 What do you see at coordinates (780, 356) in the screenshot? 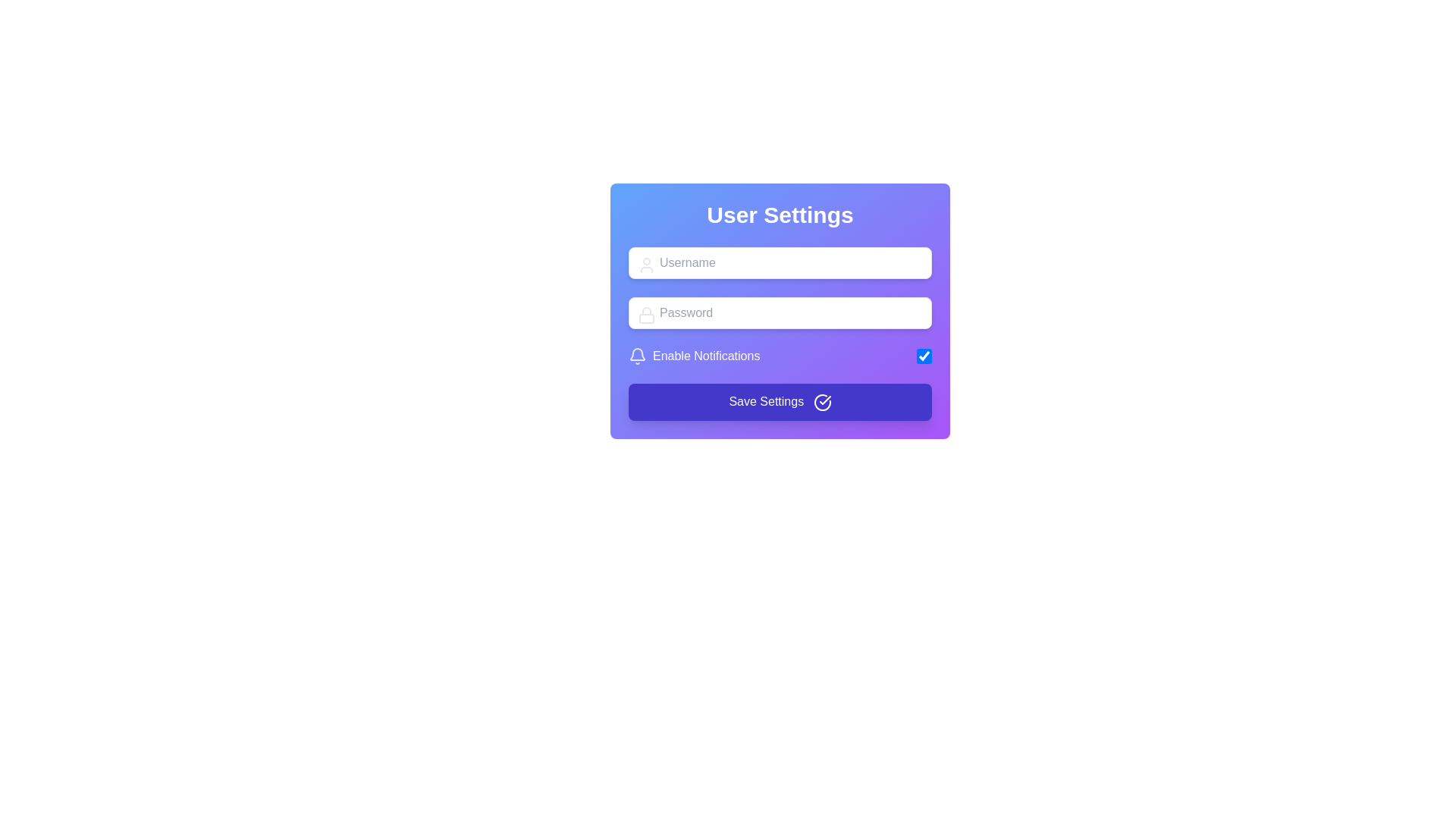
I see `the checkbox row for enabling or disabling notifications, located within the user settings form beneath 'Username' and 'Password' fields` at bounding box center [780, 356].